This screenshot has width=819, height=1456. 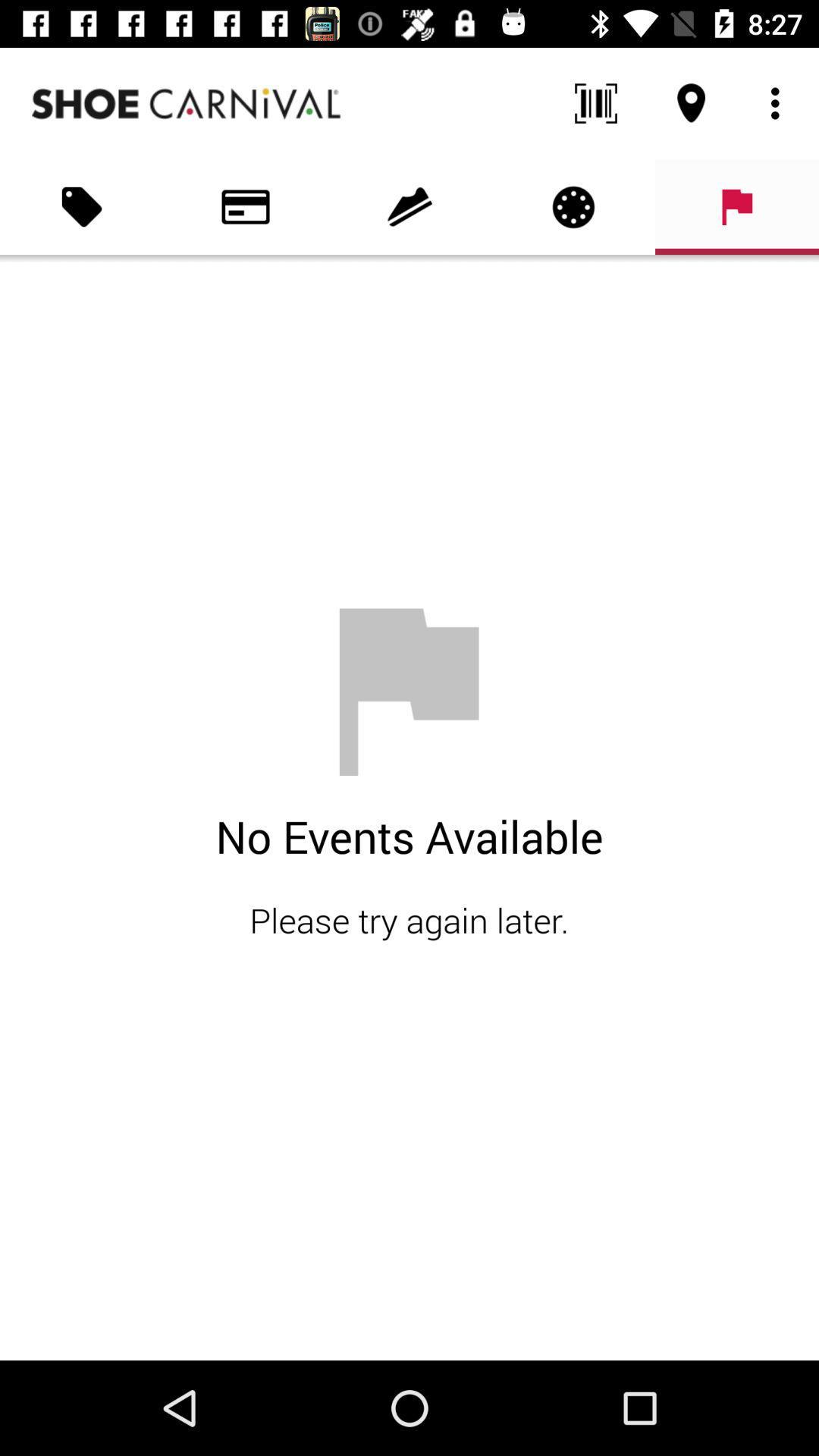 What do you see at coordinates (82, 206) in the screenshot?
I see `tag icon below shoe carnival on the page` at bounding box center [82, 206].